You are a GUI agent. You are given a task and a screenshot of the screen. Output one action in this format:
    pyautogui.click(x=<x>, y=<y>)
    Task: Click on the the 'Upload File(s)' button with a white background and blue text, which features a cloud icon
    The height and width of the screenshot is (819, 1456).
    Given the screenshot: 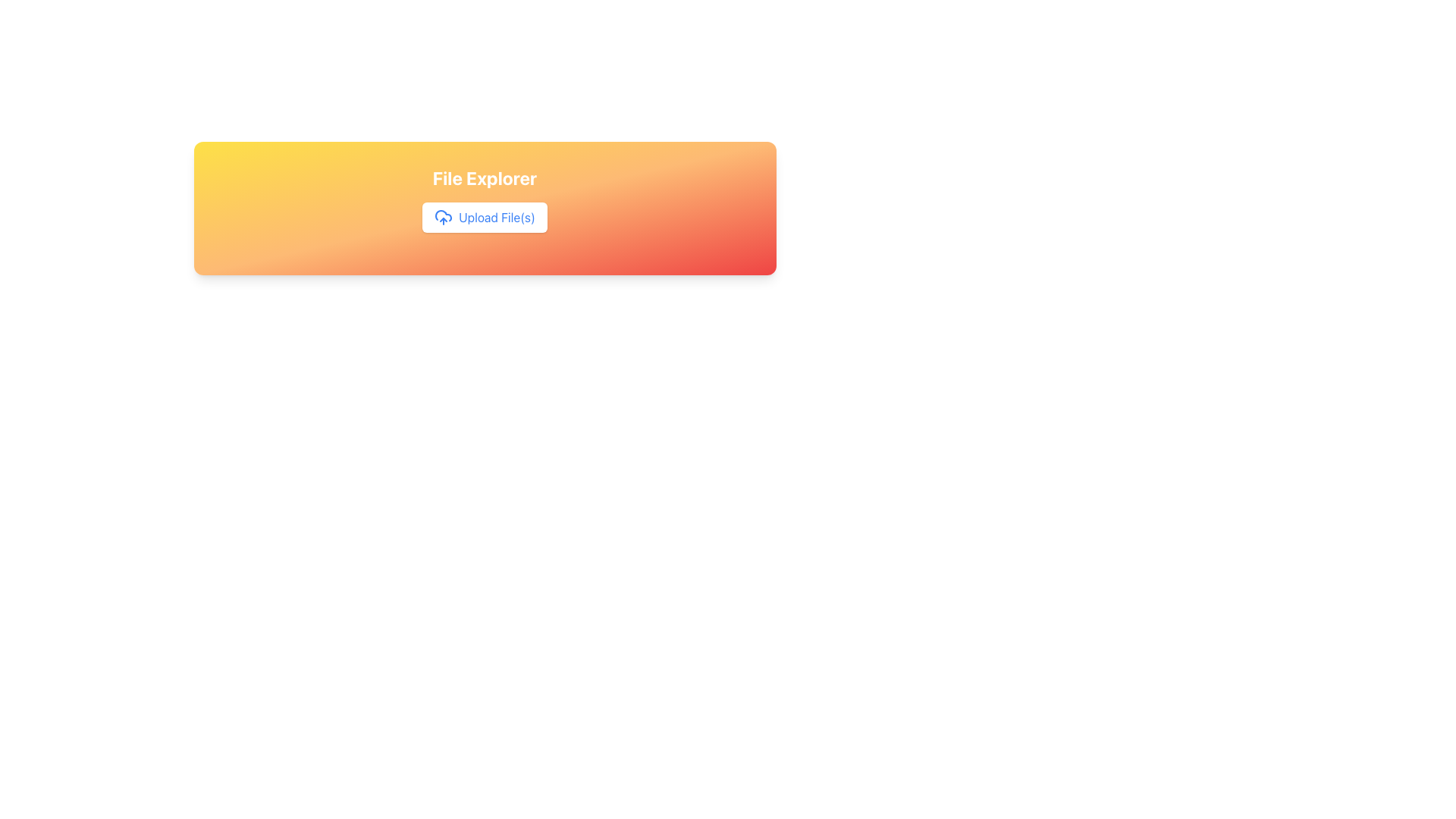 What is the action you would take?
    pyautogui.click(x=484, y=217)
    